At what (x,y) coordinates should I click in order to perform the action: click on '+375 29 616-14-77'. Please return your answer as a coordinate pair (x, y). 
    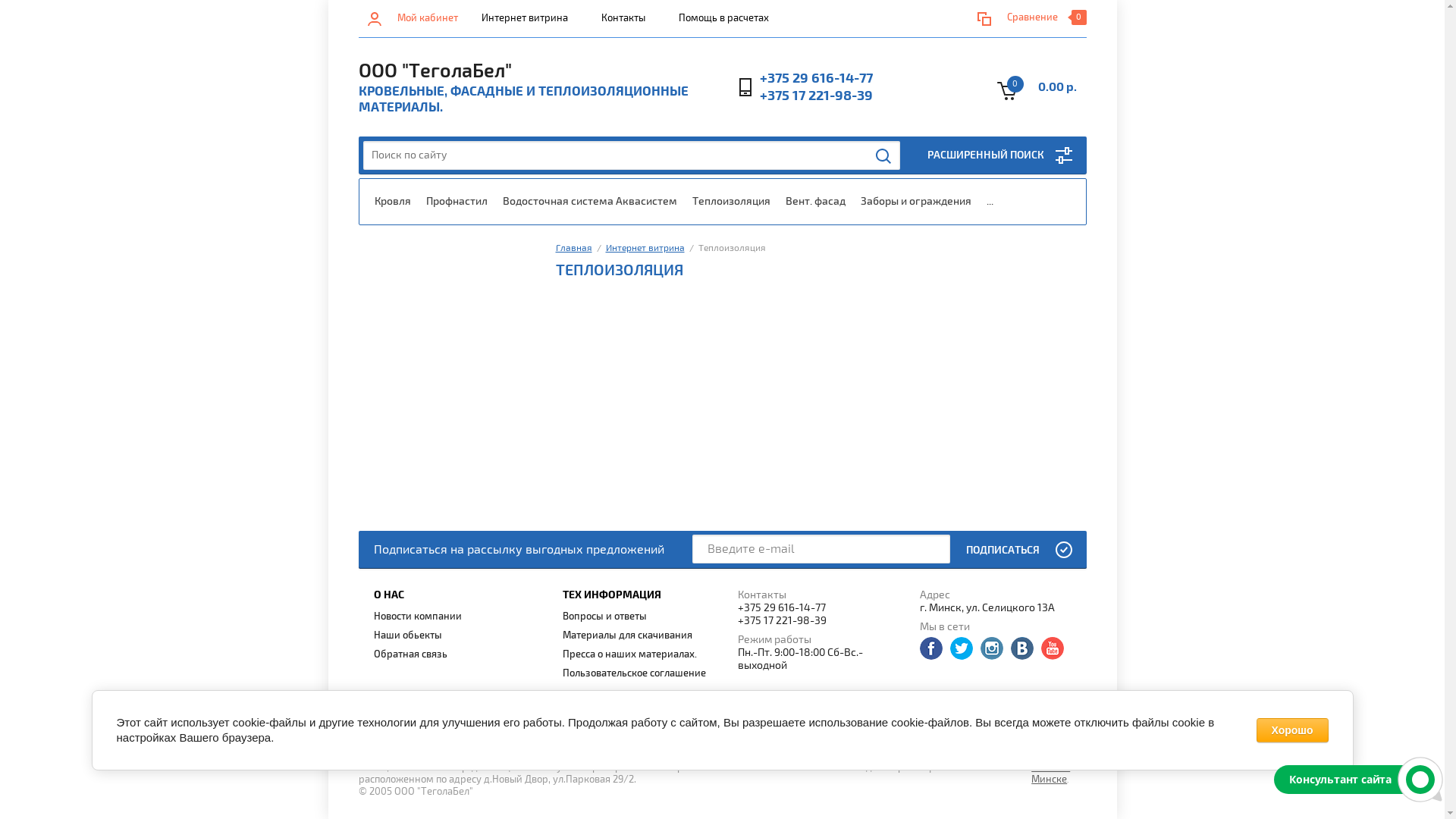
    Looking at the image, I should click on (819, 607).